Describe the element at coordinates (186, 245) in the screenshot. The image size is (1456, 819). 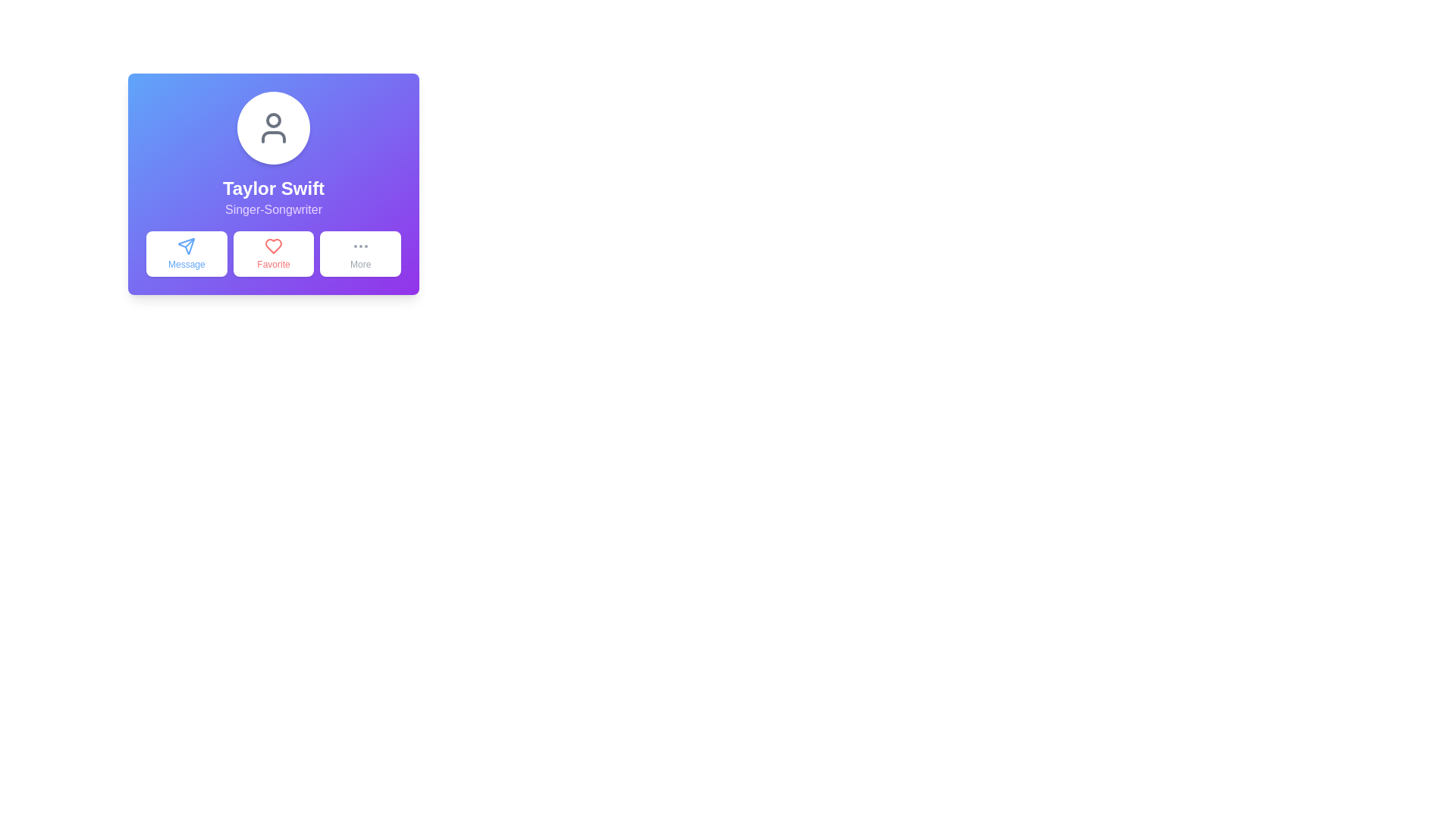
I see `the paper plane icon button labeled 'Message' located under the title 'Taylor Swift'` at that location.